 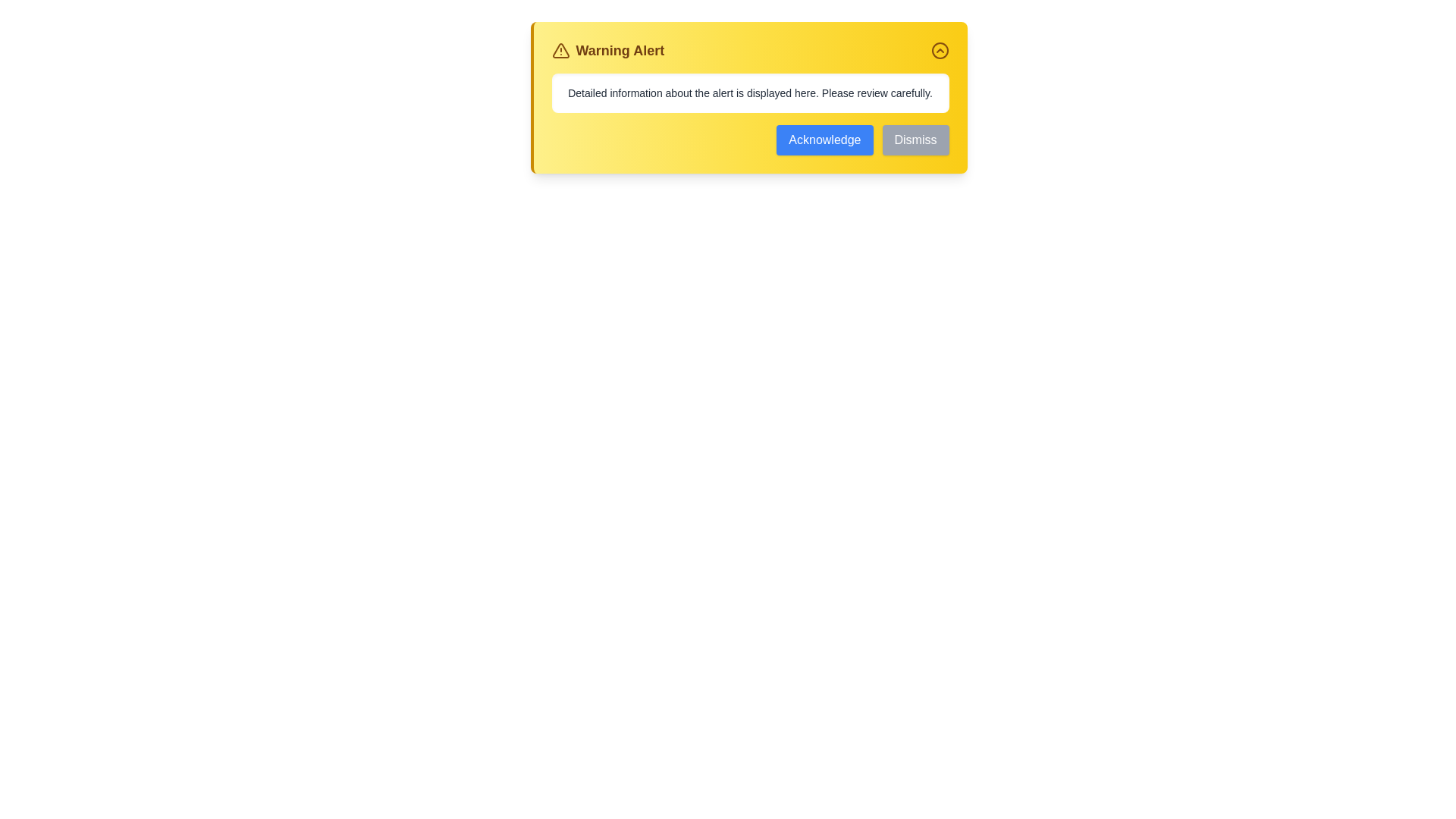 I want to click on the 'Acknowledge' button to acknowledge the alert, so click(x=823, y=140).